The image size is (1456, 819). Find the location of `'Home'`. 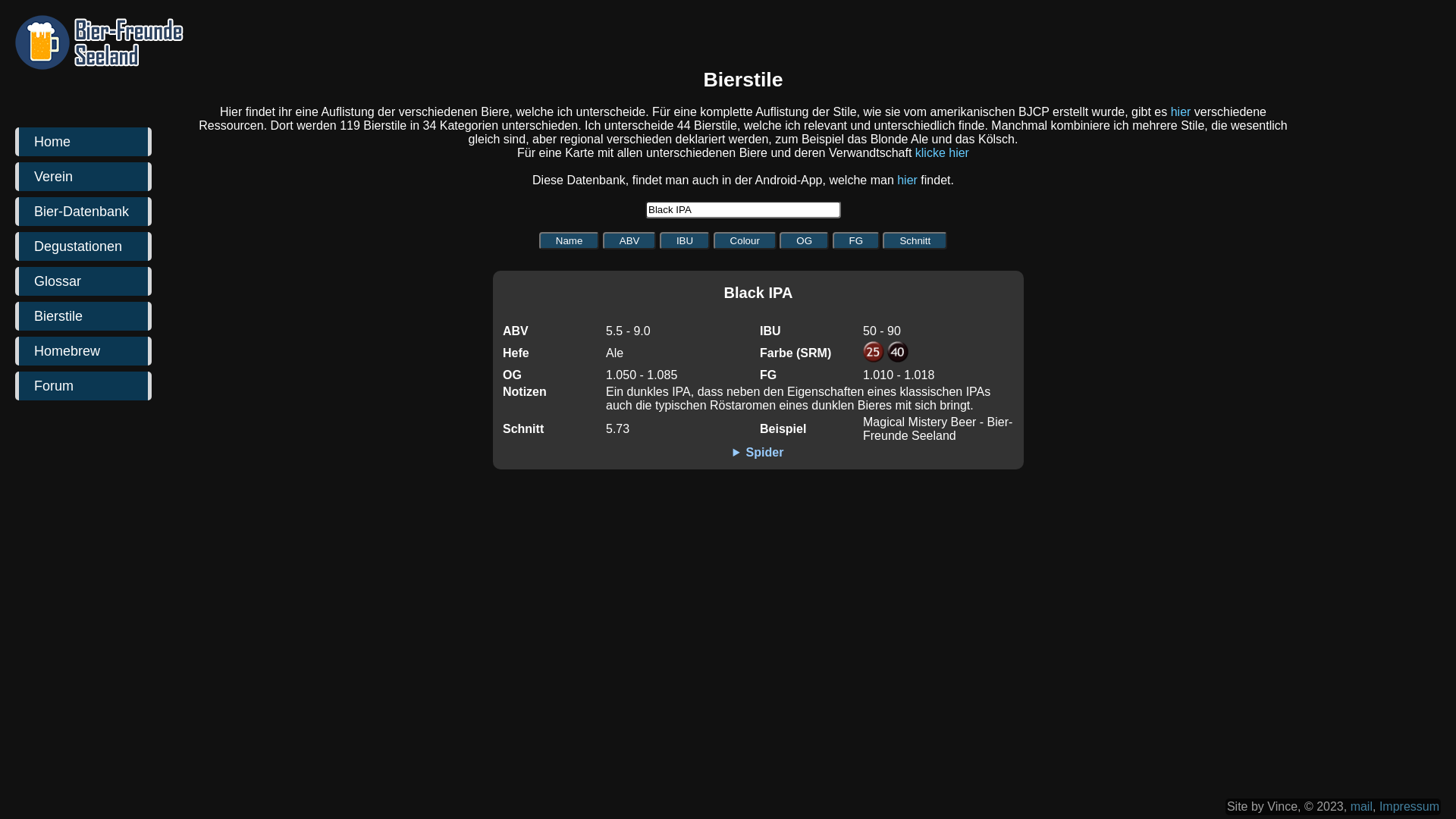

'Home' is located at coordinates (83, 141).